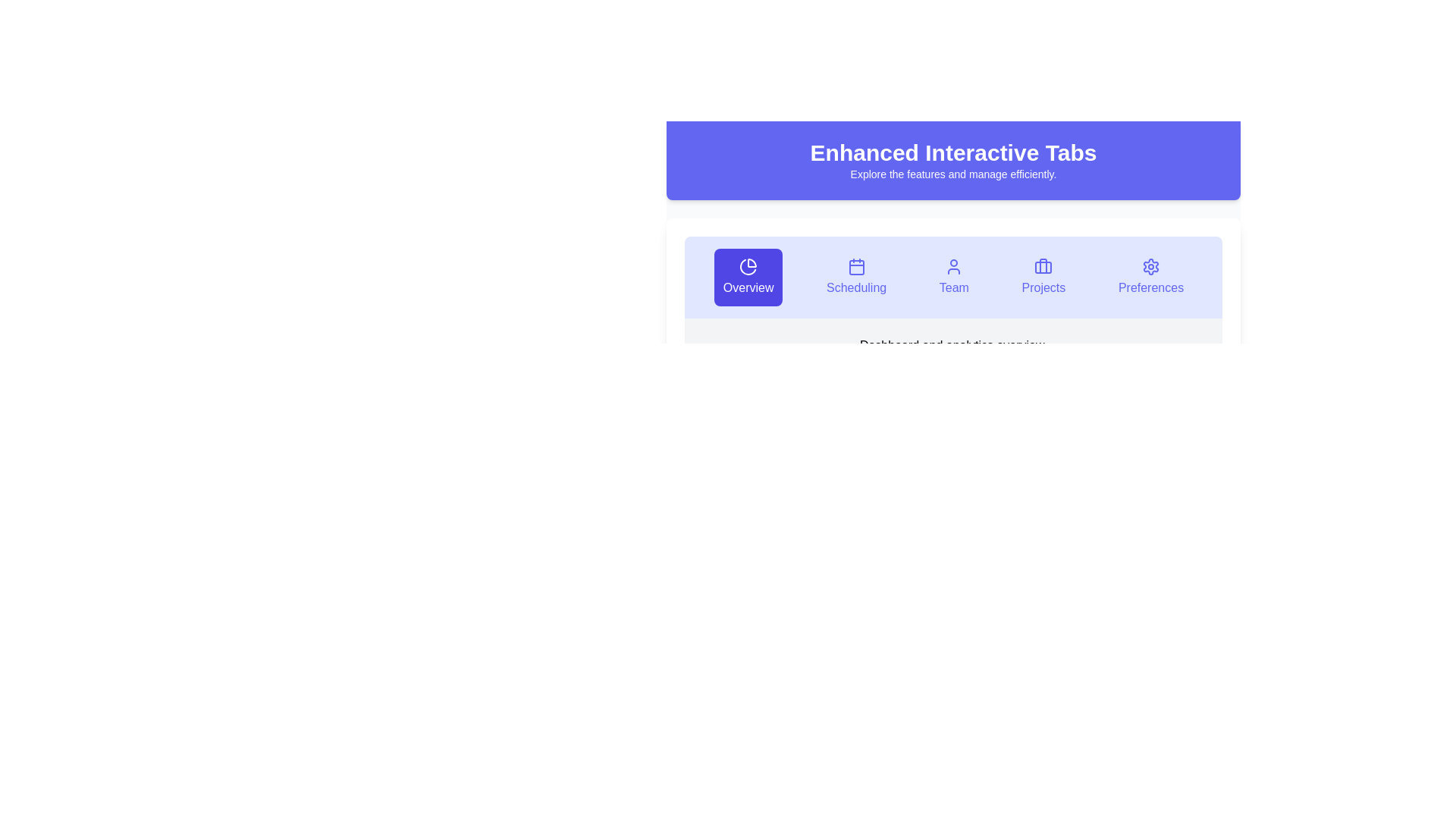 This screenshot has width=1456, height=819. What do you see at coordinates (1043, 267) in the screenshot?
I see `the rectangular graphical UI component representing the 'Projects' section in the navigation interface, identified by its suitcase icon` at bounding box center [1043, 267].